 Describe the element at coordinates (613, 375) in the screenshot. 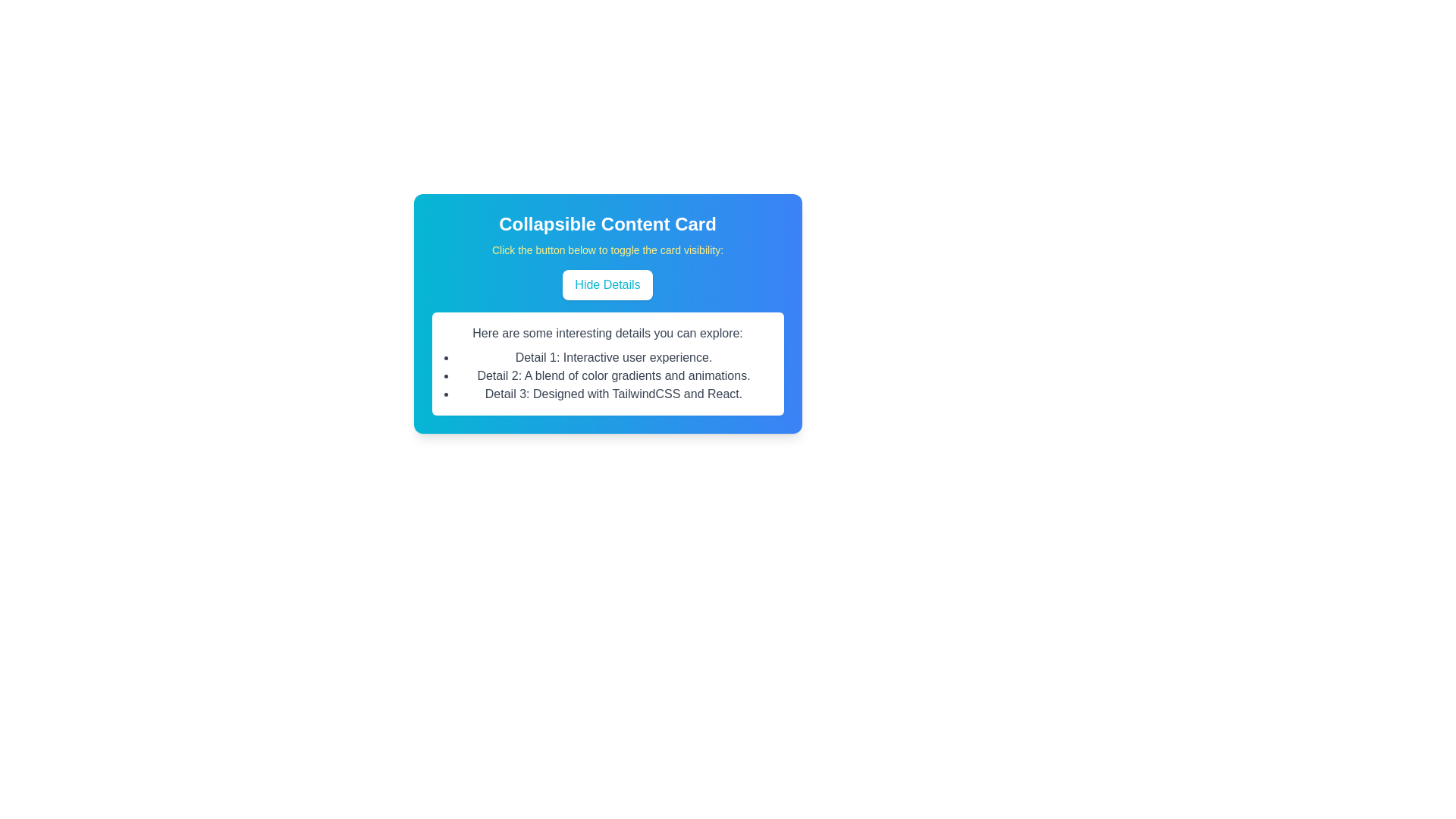

I see `the text element displaying 'Detail 2: A blend of color gradients and animations.' which is the second list item in a group of related details` at that location.